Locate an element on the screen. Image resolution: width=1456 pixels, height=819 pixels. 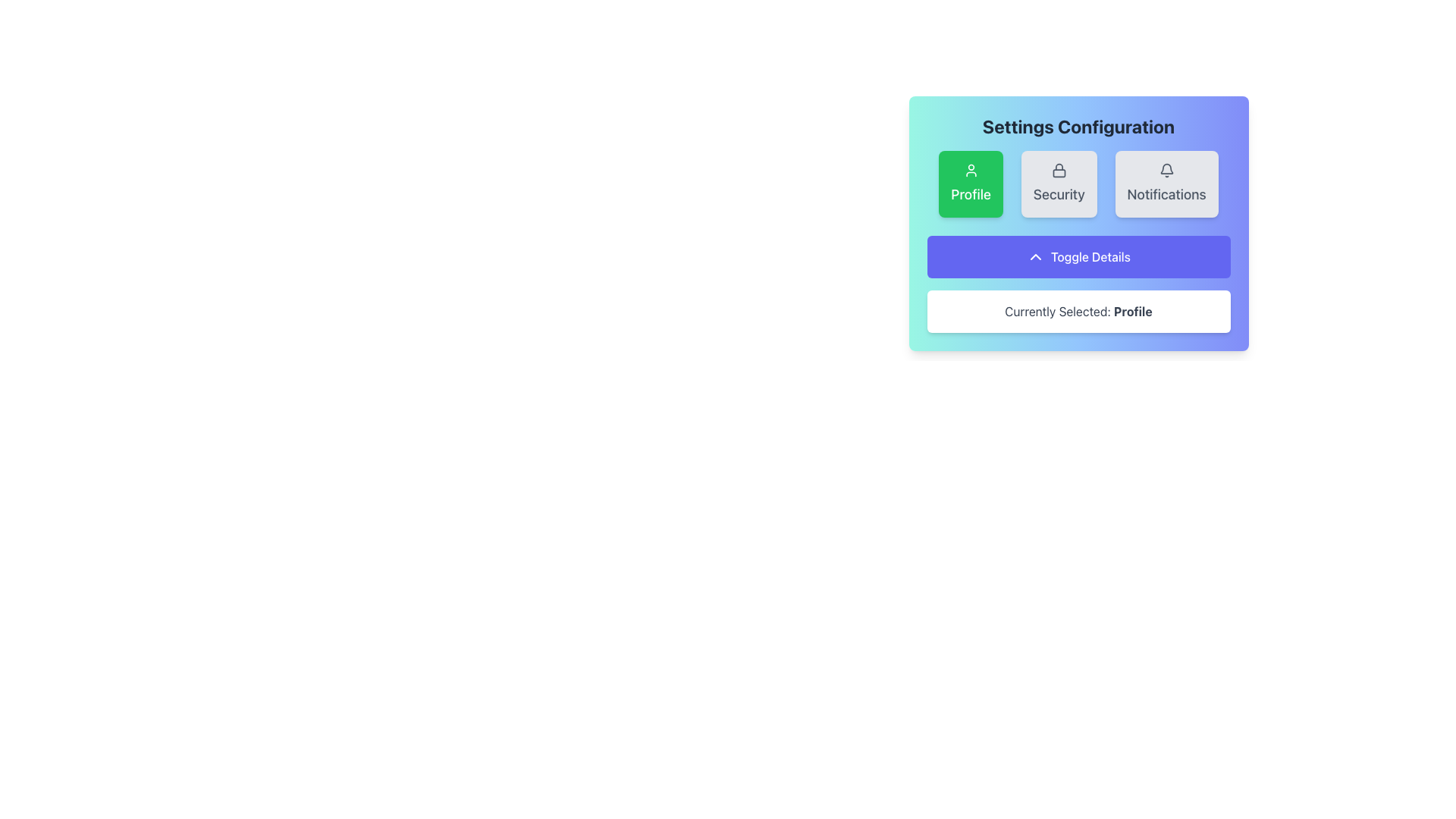
the rightmost button labeled 'Notifications' is located at coordinates (1165, 184).